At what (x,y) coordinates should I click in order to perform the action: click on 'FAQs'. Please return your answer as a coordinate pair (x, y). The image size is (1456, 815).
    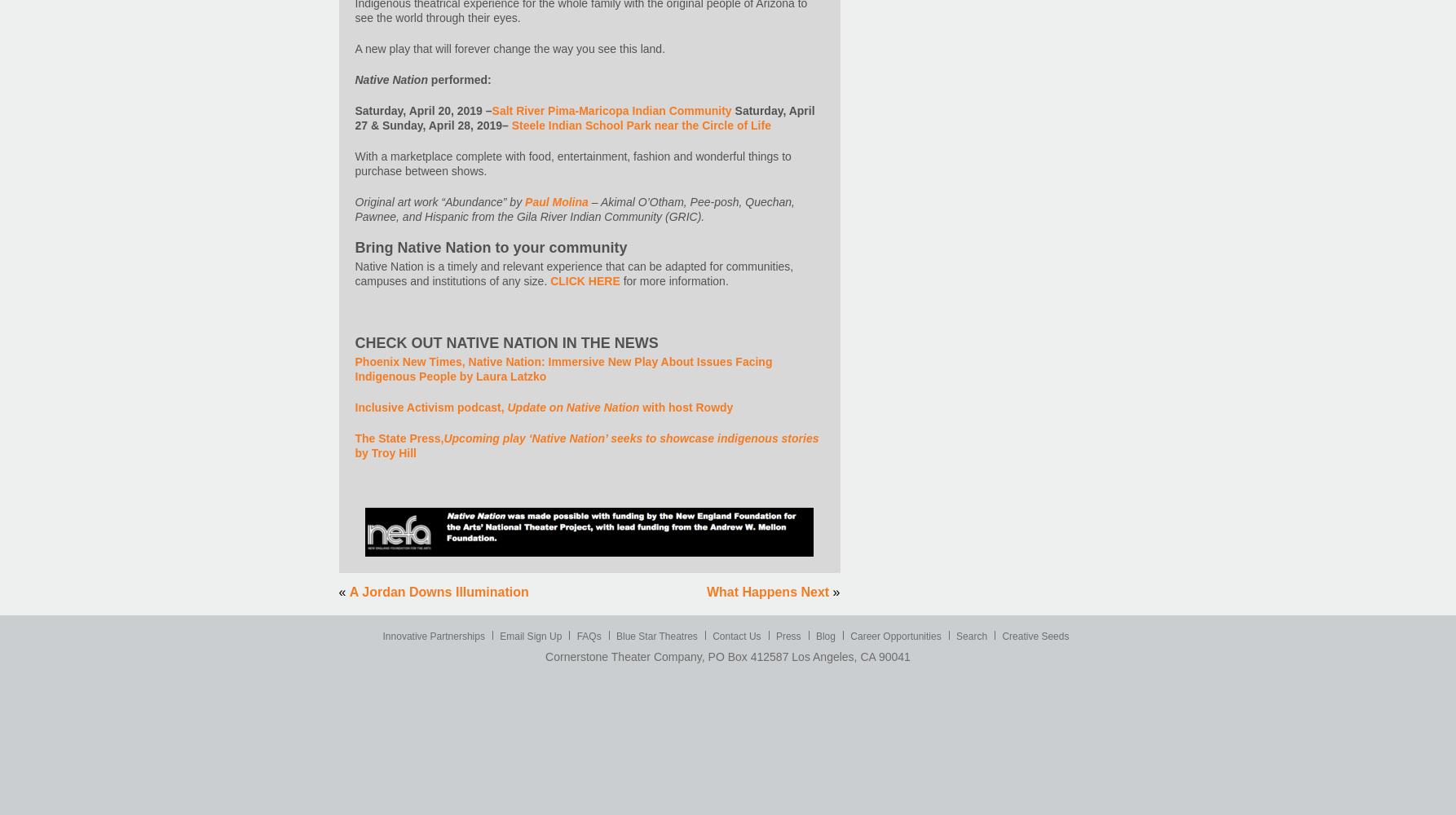
    Looking at the image, I should click on (589, 637).